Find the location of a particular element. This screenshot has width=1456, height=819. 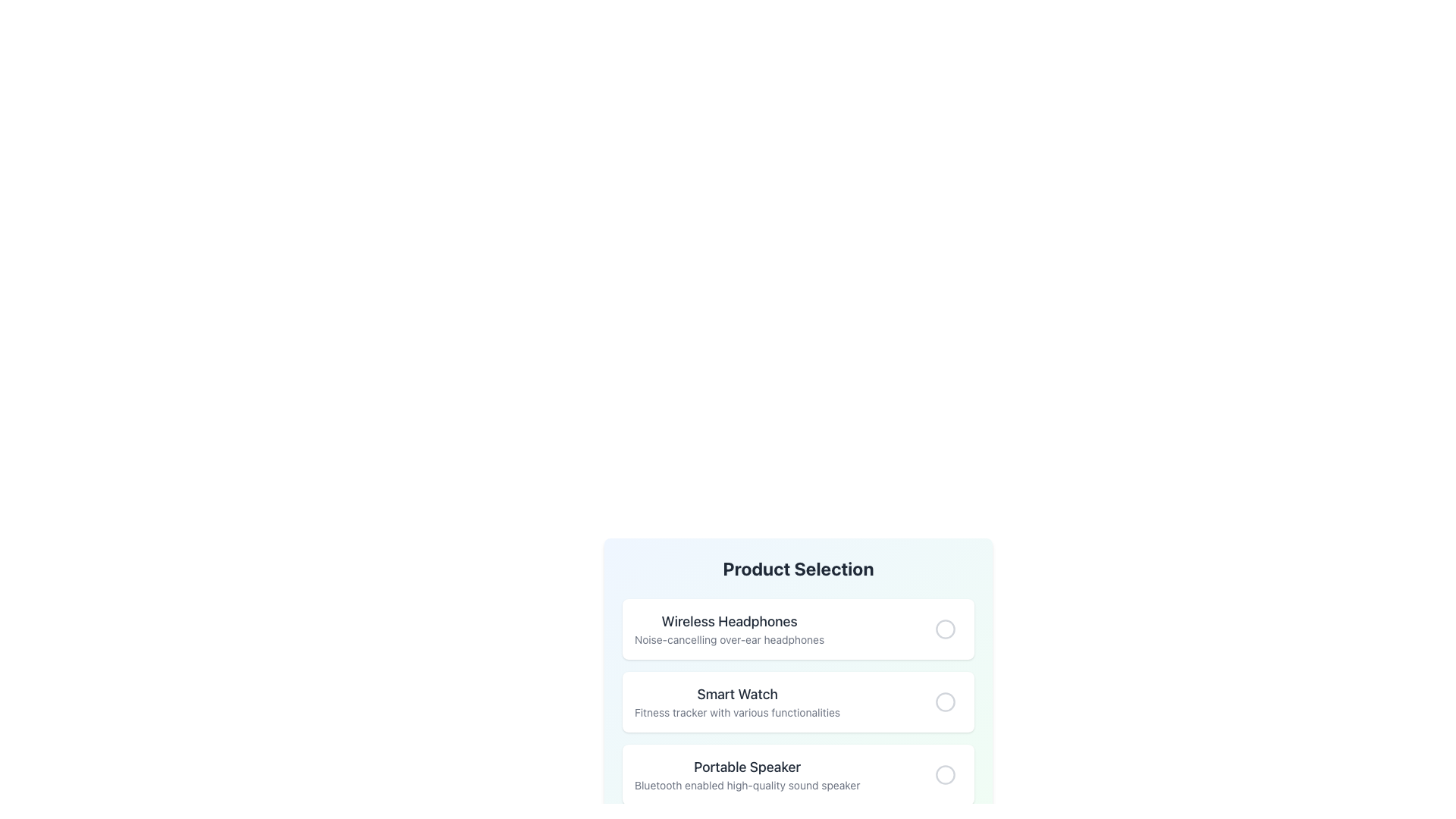

the second item in the product selection list, which is titled 'Smart Watch' and described as 'Fitness tracker with various functionalities' is located at coordinates (797, 701).